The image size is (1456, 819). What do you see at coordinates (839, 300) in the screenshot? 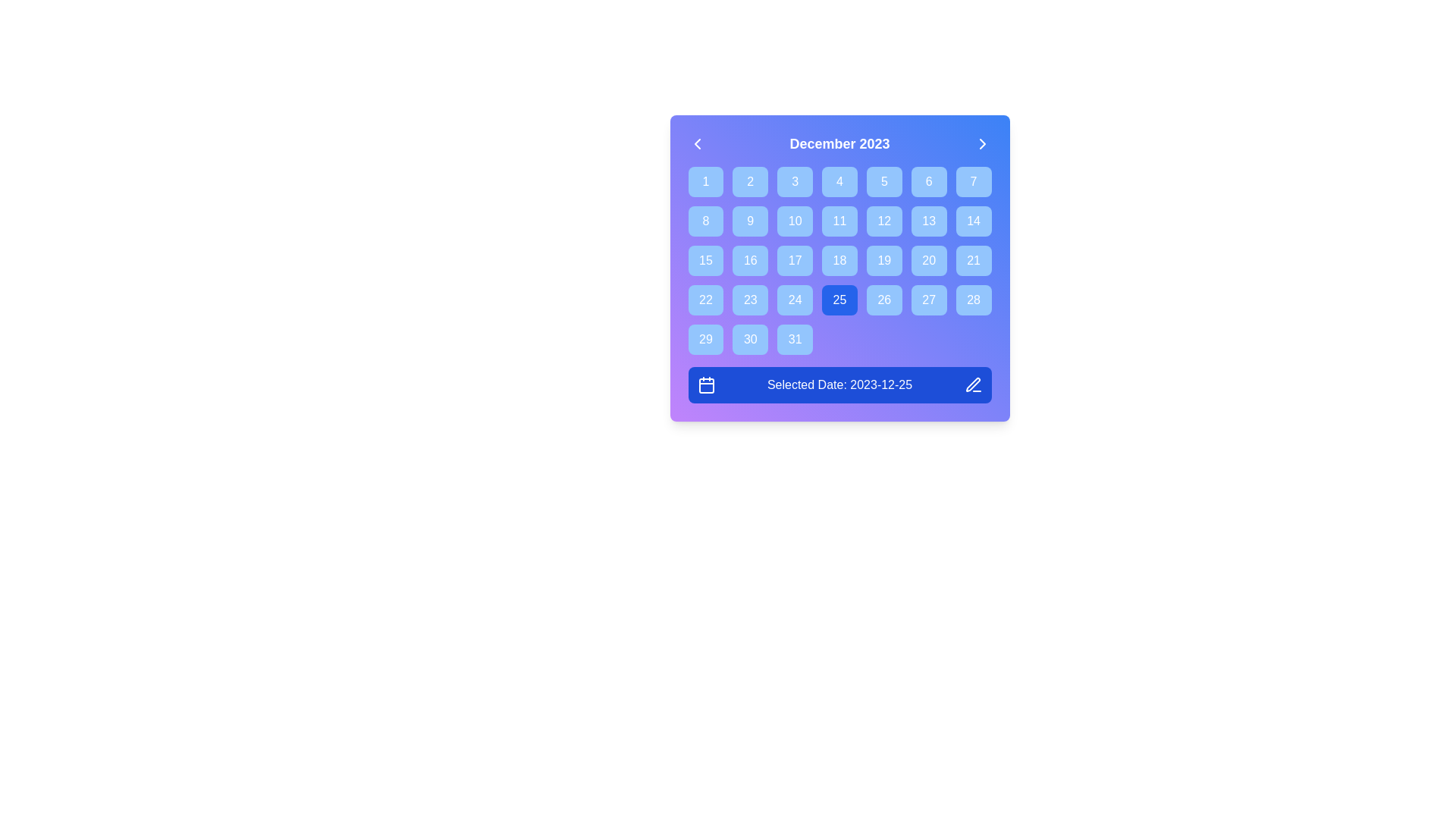
I see `the rounded rectangular button with a blue background and white text displaying '25'` at bounding box center [839, 300].